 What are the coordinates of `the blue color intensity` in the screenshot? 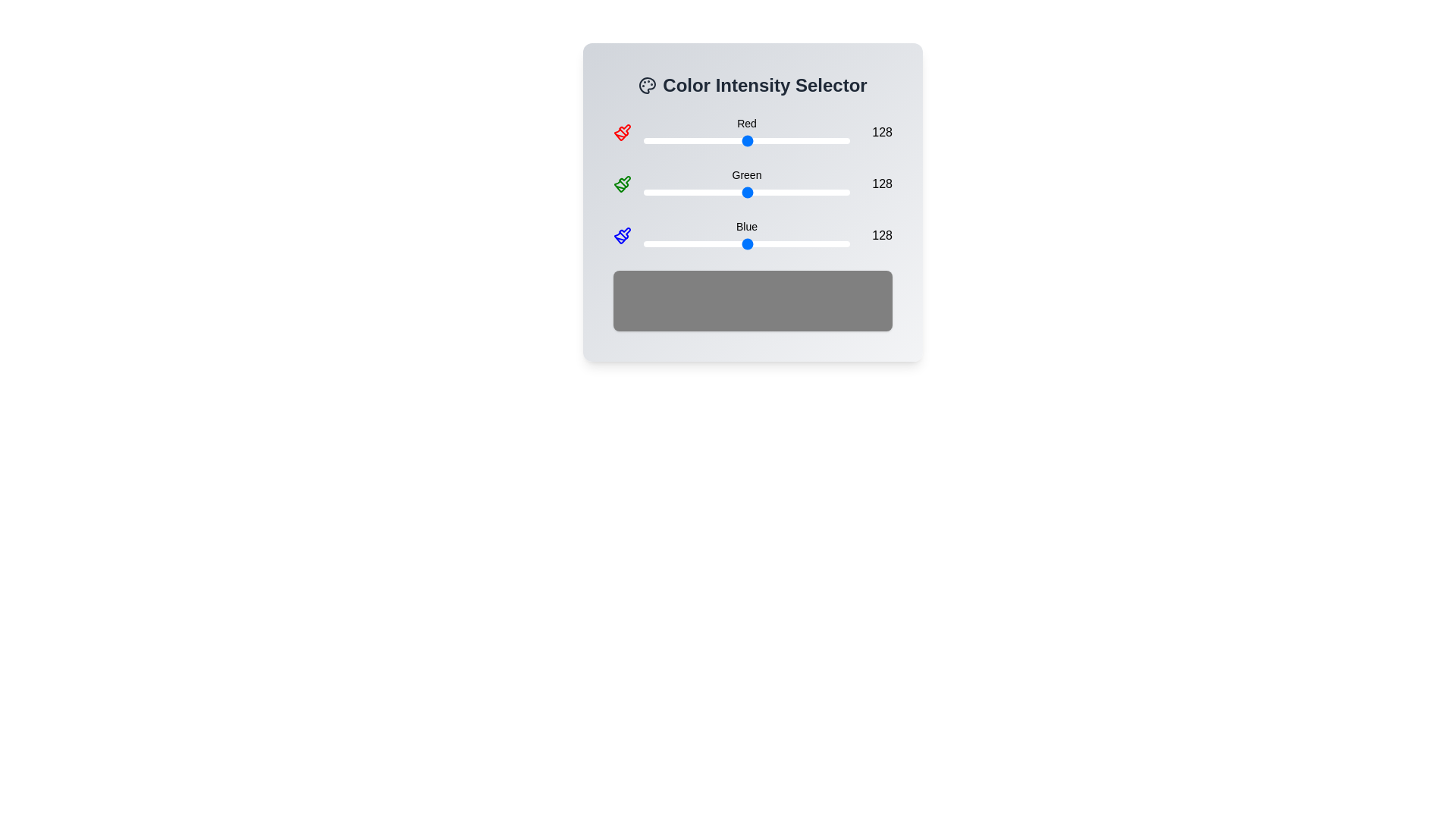 It's located at (805, 243).